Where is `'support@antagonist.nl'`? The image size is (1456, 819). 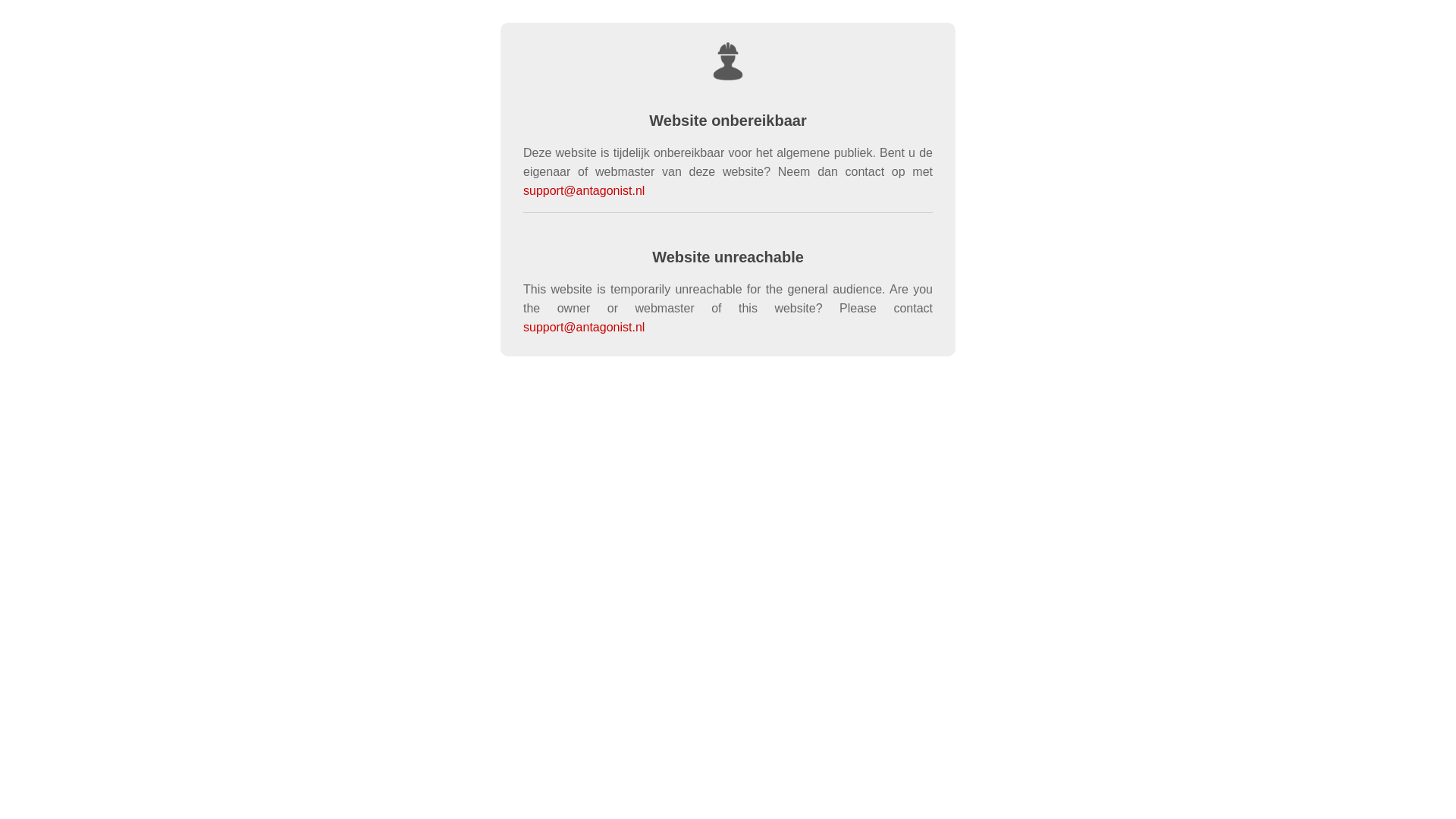
'support@antagonist.nl' is located at coordinates (582, 326).